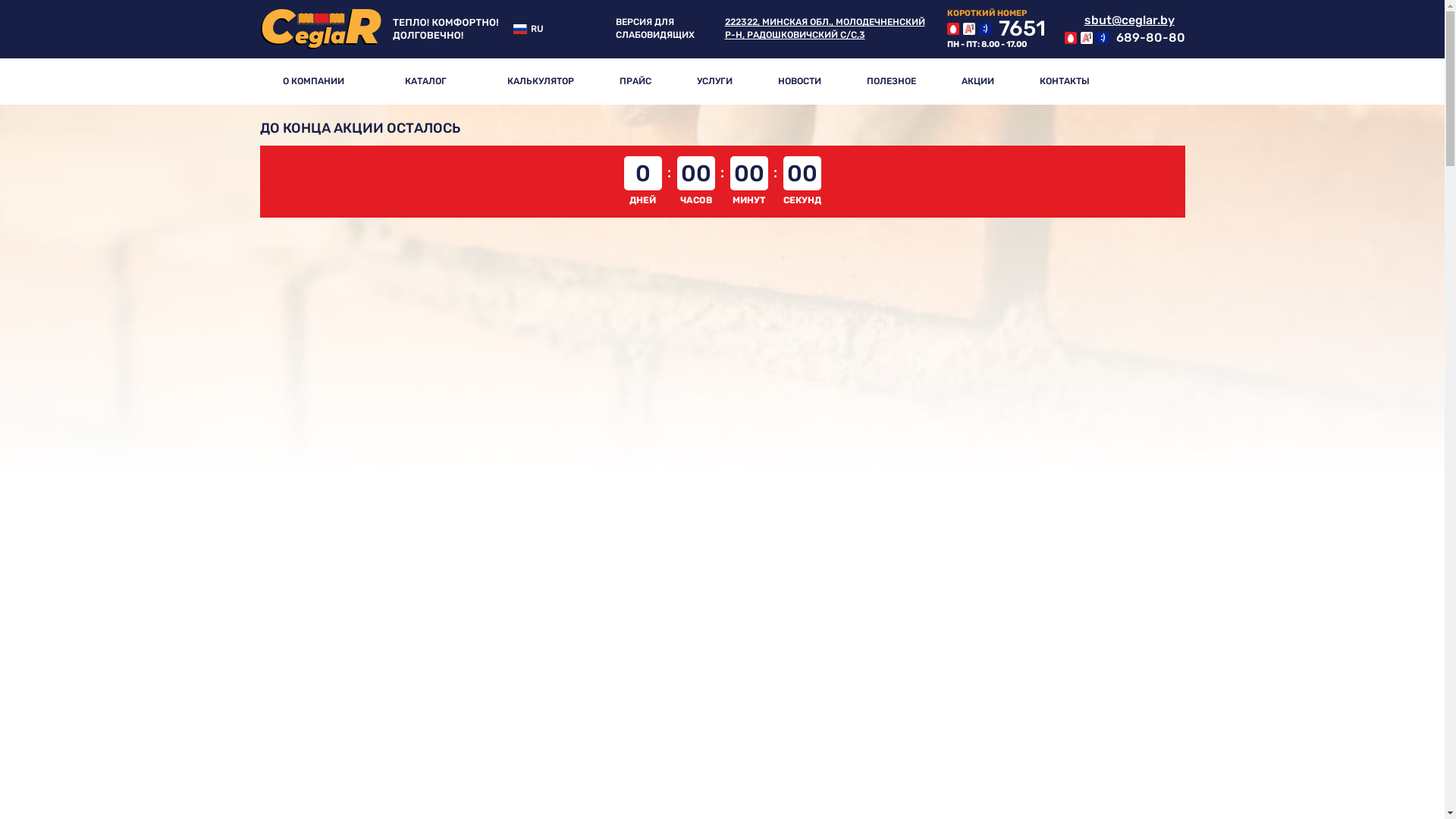  What do you see at coordinates (1125, 37) in the screenshot?
I see `'689-80-80'` at bounding box center [1125, 37].